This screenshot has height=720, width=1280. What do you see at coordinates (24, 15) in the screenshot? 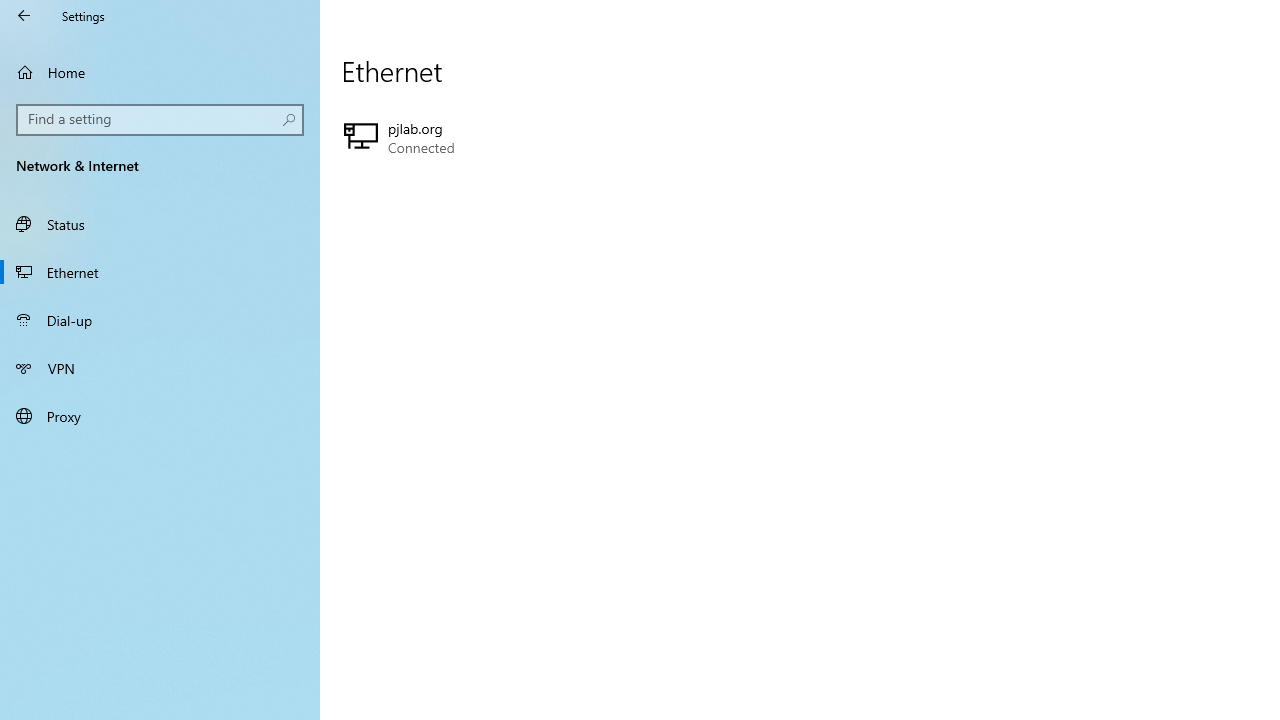
I see `'Back'` at bounding box center [24, 15].